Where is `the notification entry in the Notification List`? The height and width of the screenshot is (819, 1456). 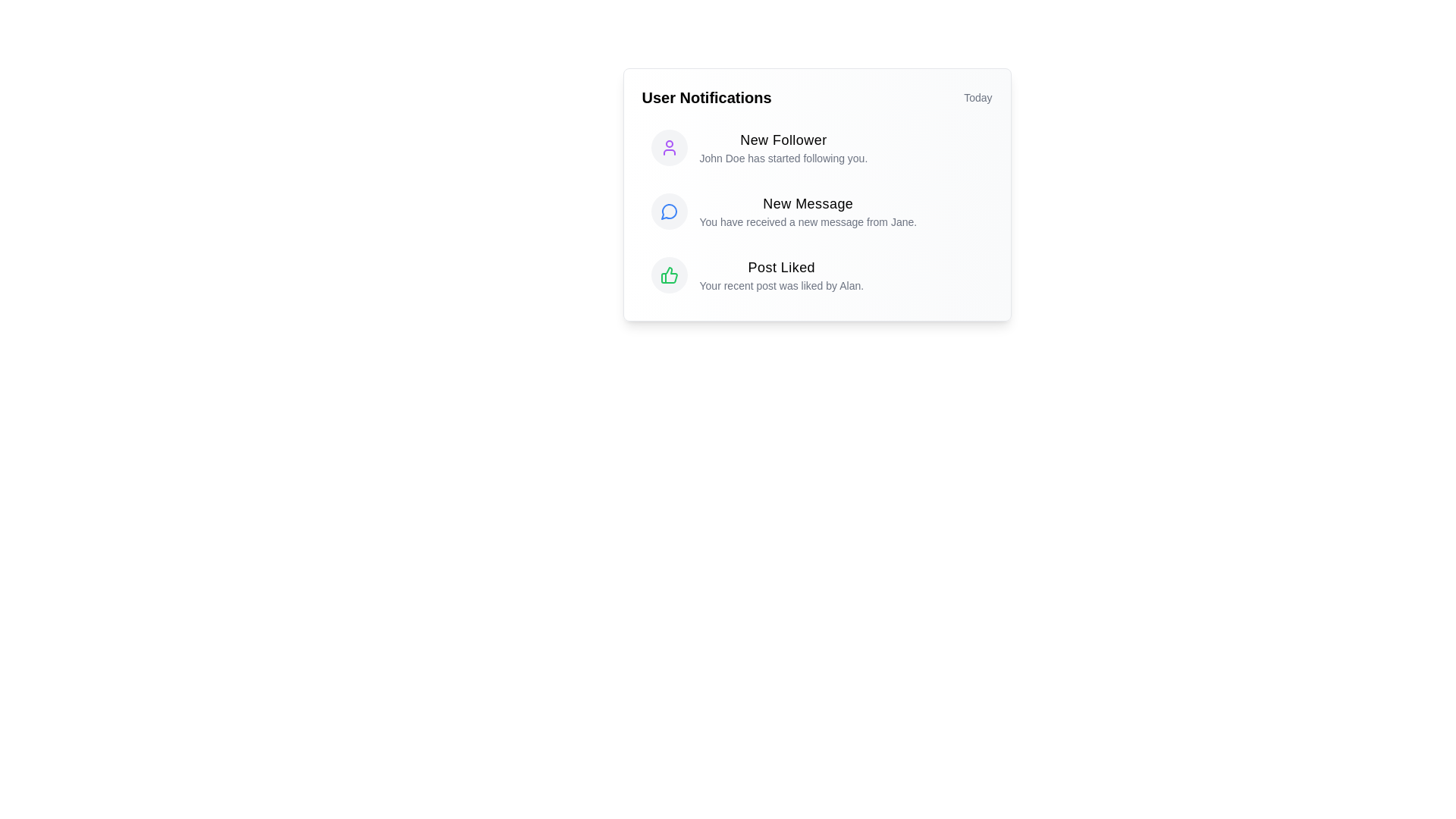
the notification entry in the Notification List is located at coordinates (816, 211).